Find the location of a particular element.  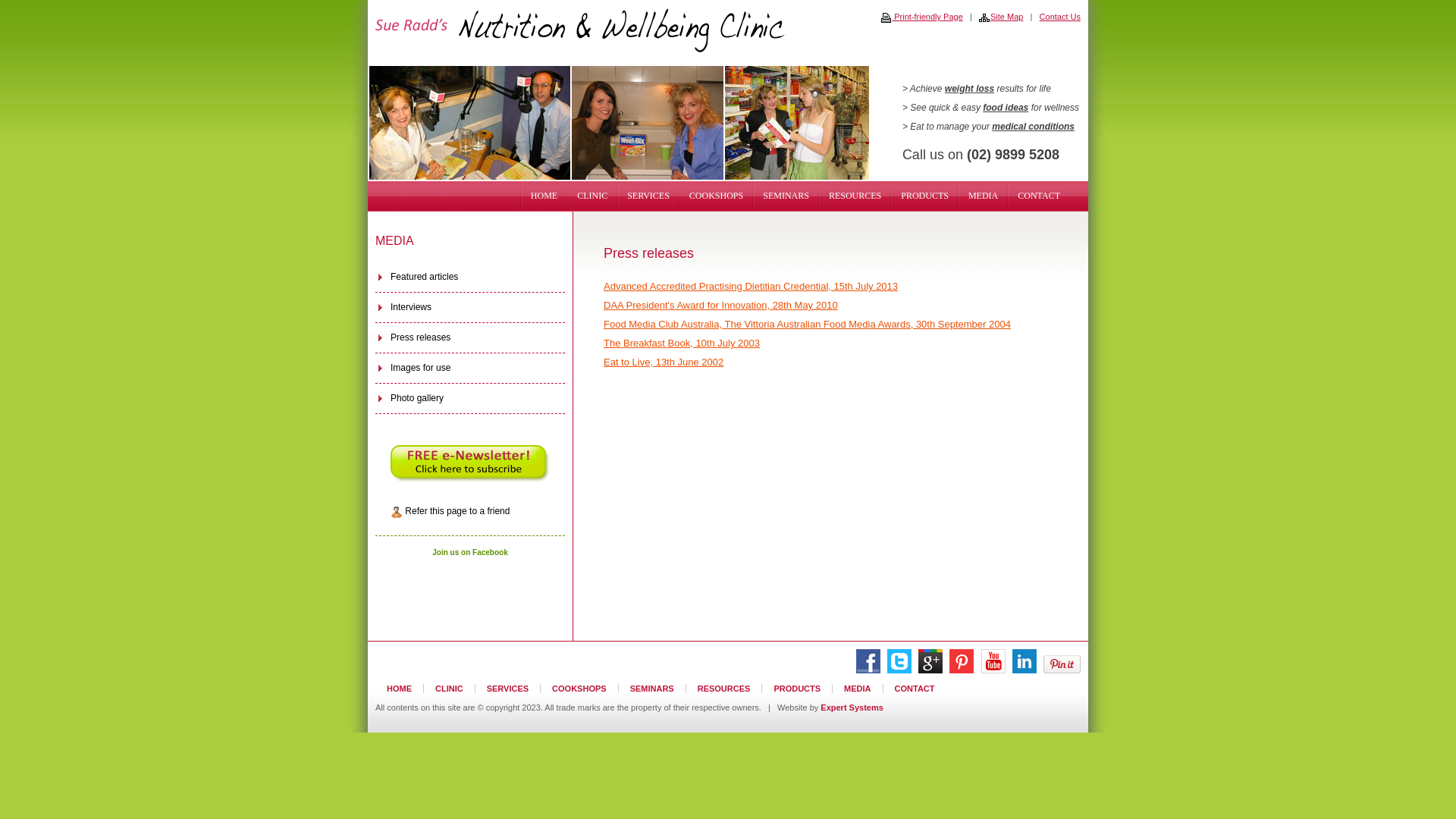

'Eat to Live, 13th June 2002' is located at coordinates (663, 362).